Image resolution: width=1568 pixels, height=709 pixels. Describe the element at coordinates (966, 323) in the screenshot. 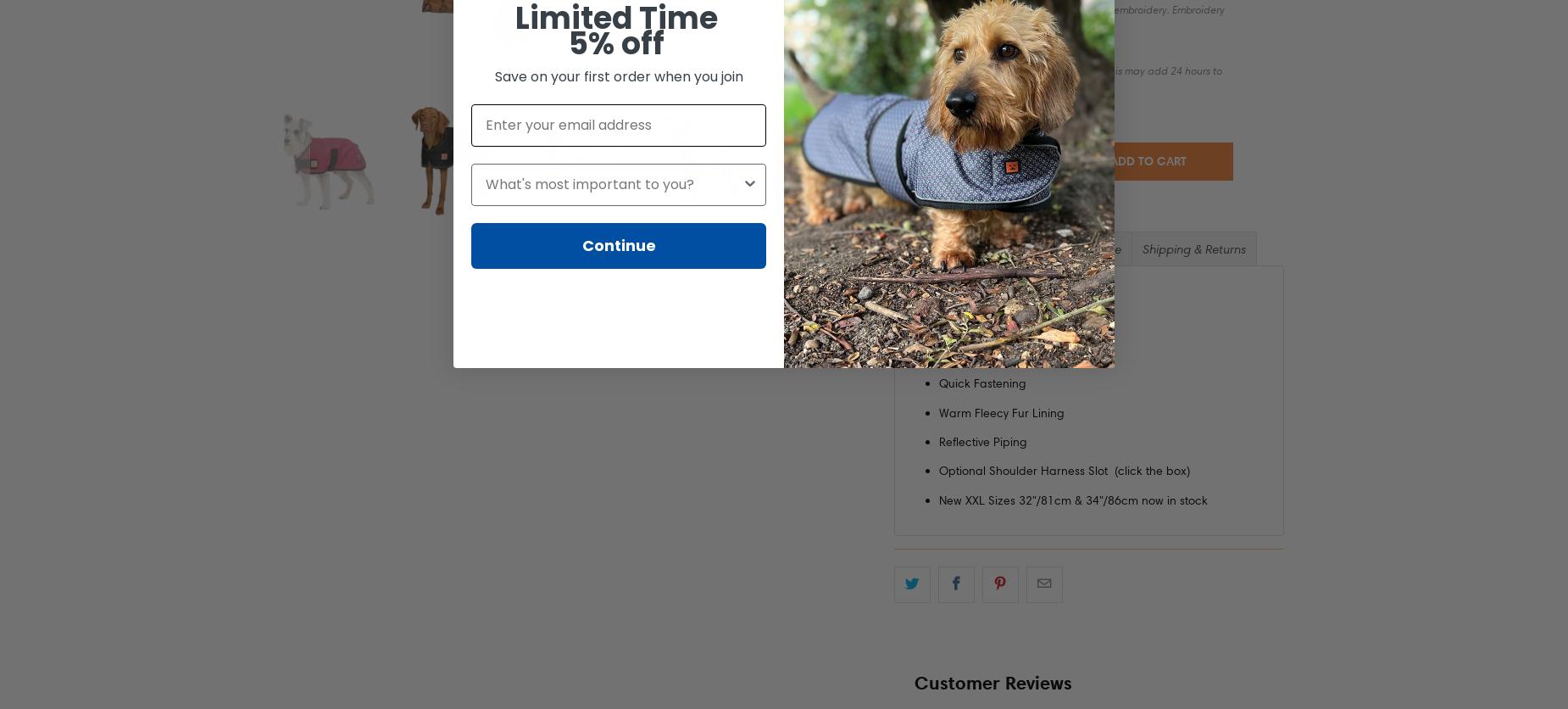

I see `'Windproof'` at that location.